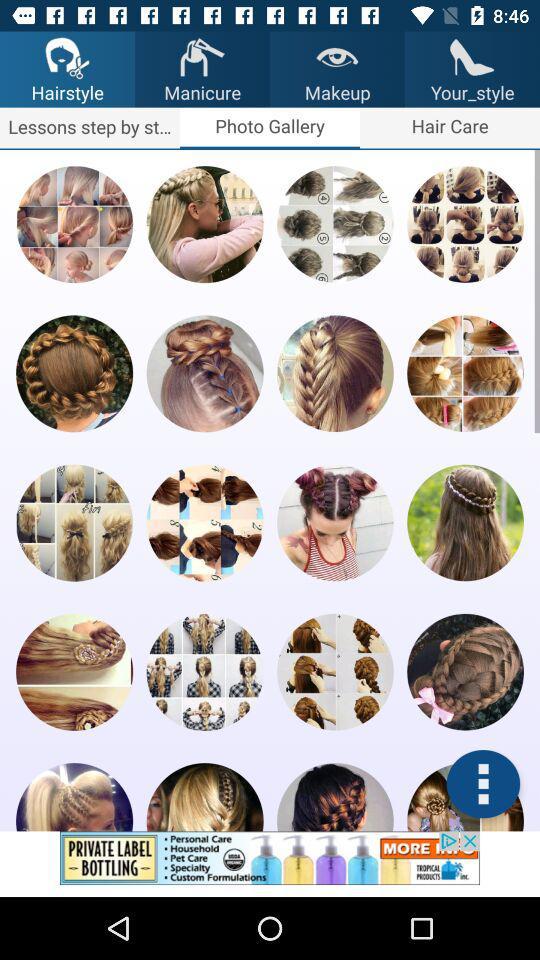 The height and width of the screenshot is (960, 540). What do you see at coordinates (335, 372) in the screenshot?
I see `open photo` at bounding box center [335, 372].